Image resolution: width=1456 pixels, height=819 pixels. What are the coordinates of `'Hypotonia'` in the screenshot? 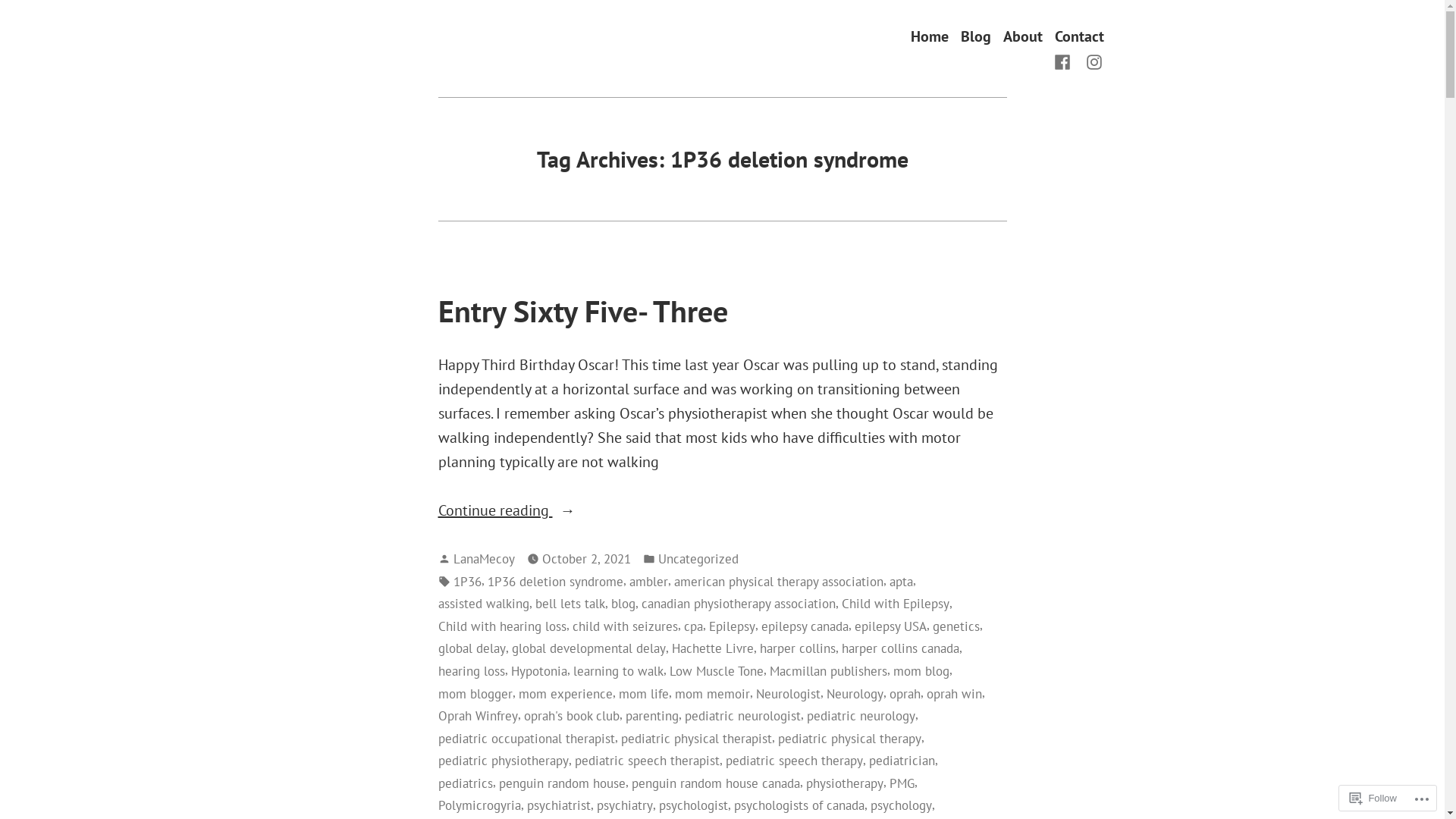 It's located at (538, 670).